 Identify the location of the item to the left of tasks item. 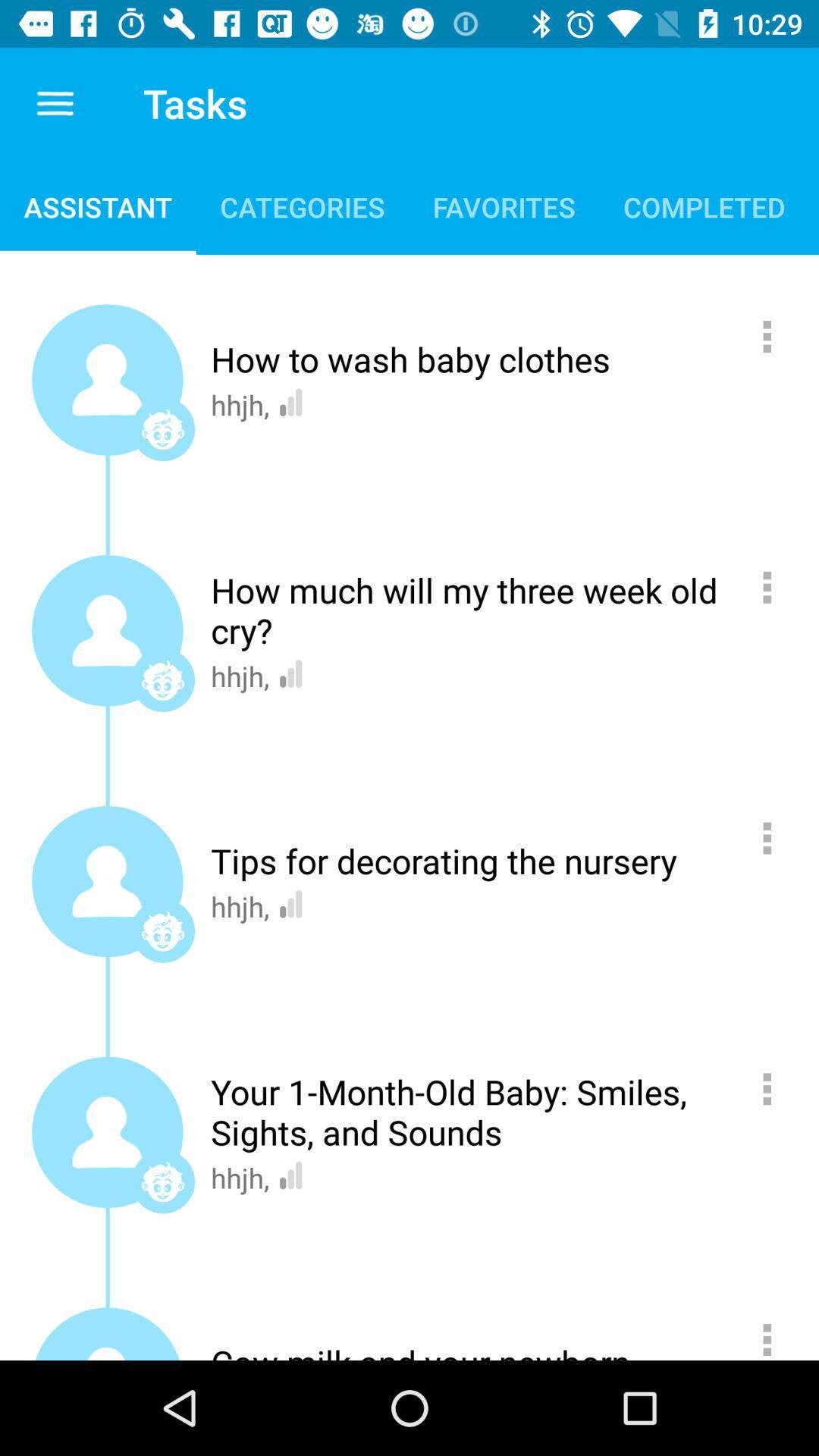
(55, 102).